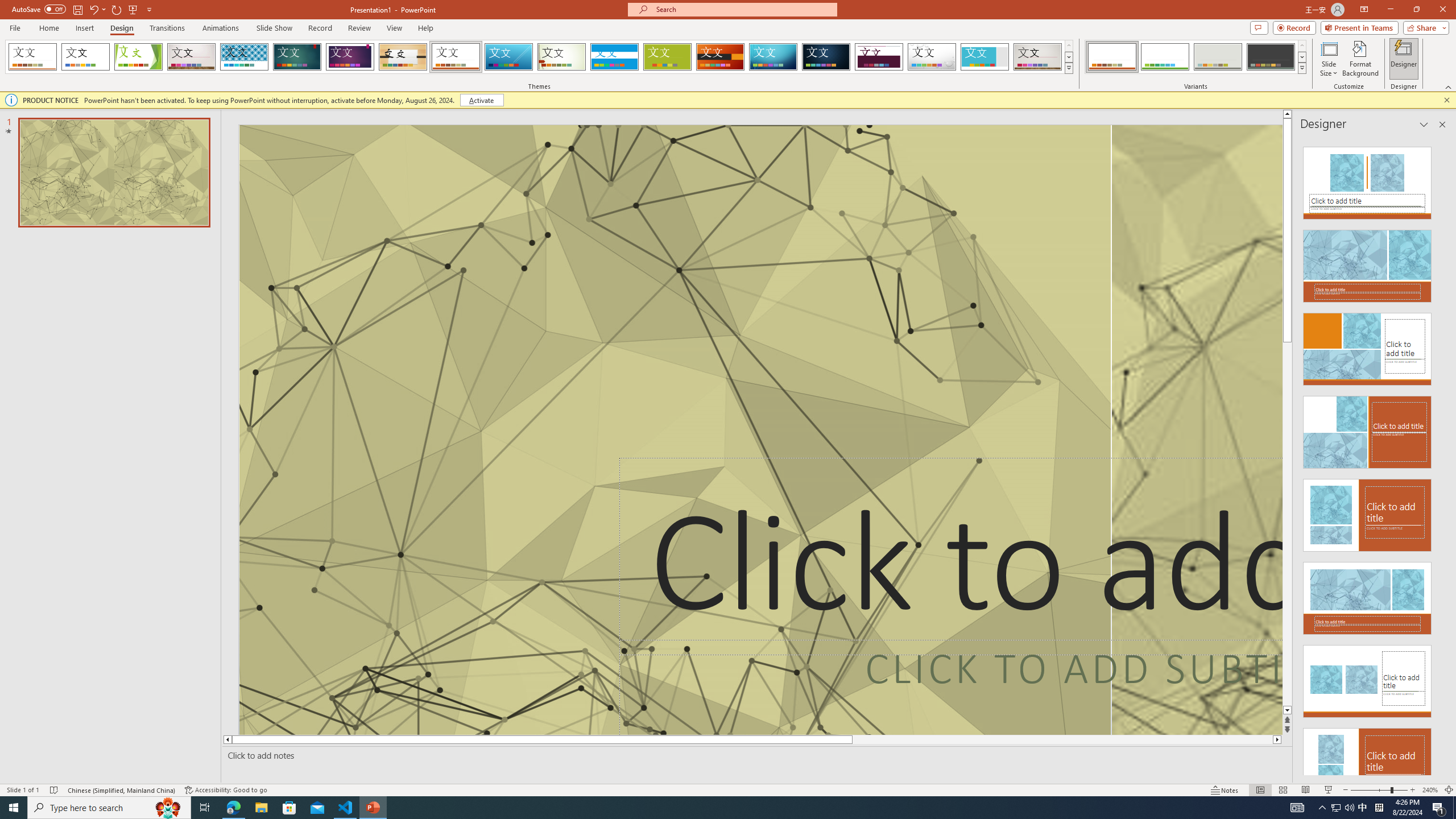 The height and width of the screenshot is (819, 1456). I want to click on 'Class: NetUIScrollBar', so click(1441, 456).